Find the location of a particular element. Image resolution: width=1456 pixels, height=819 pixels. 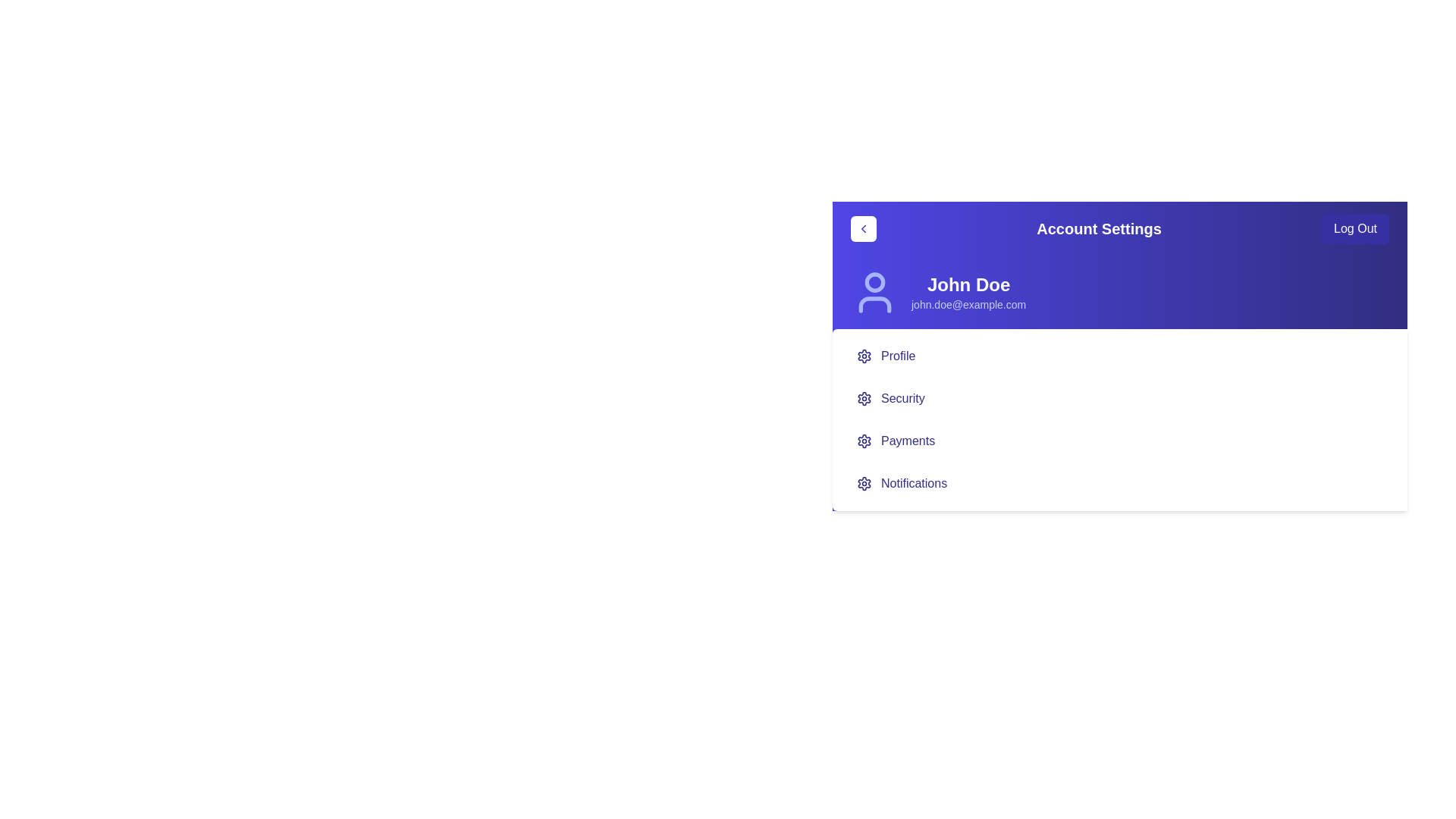

the gear-shaped icon resembling a setting cog located in the account settings menu is located at coordinates (864, 397).